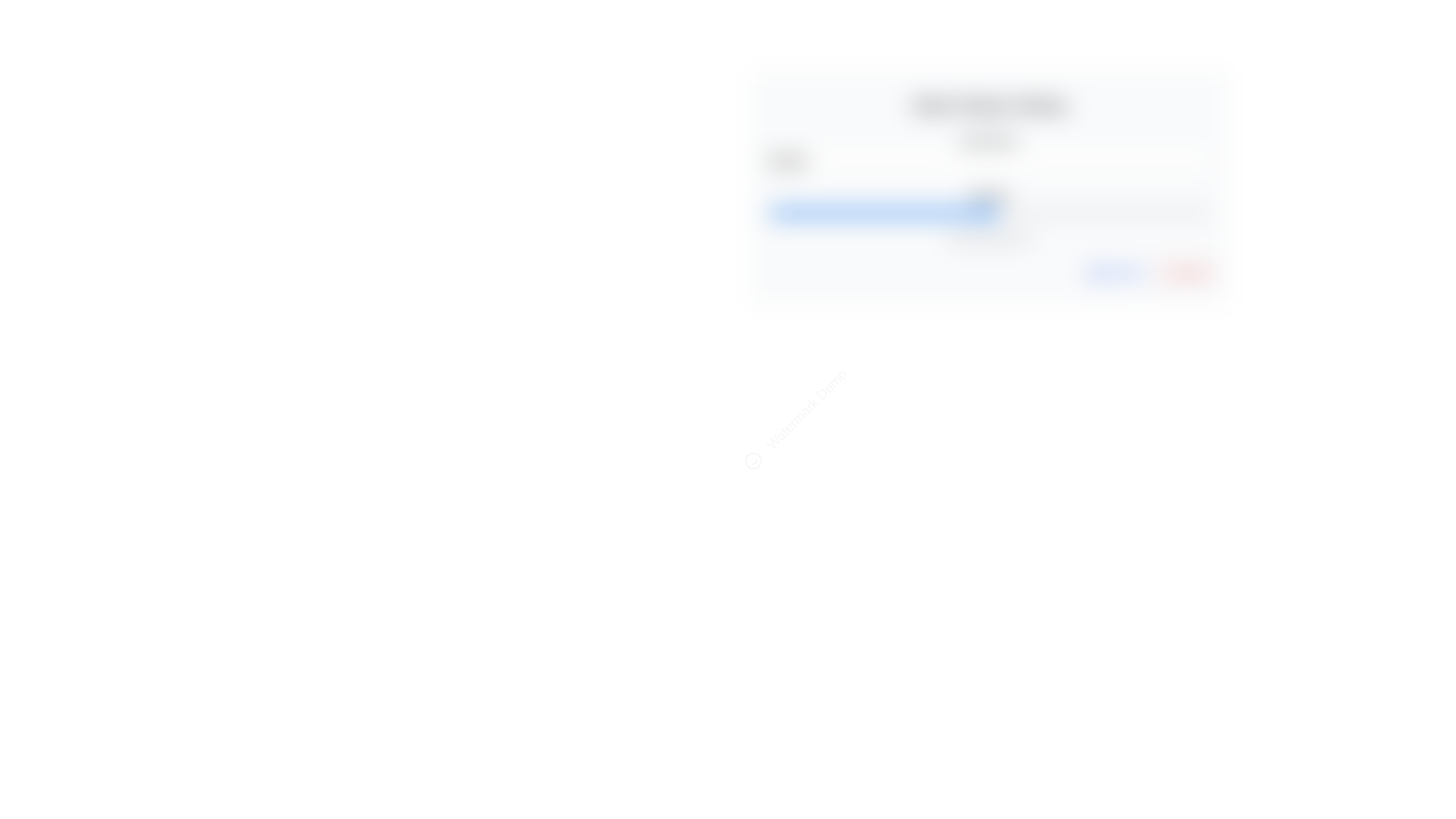 The image size is (1456, 819). What do you see at coordinates (1025, 213) in the screenshot?
I see `the slider value` at bounding box center [1025, 213].